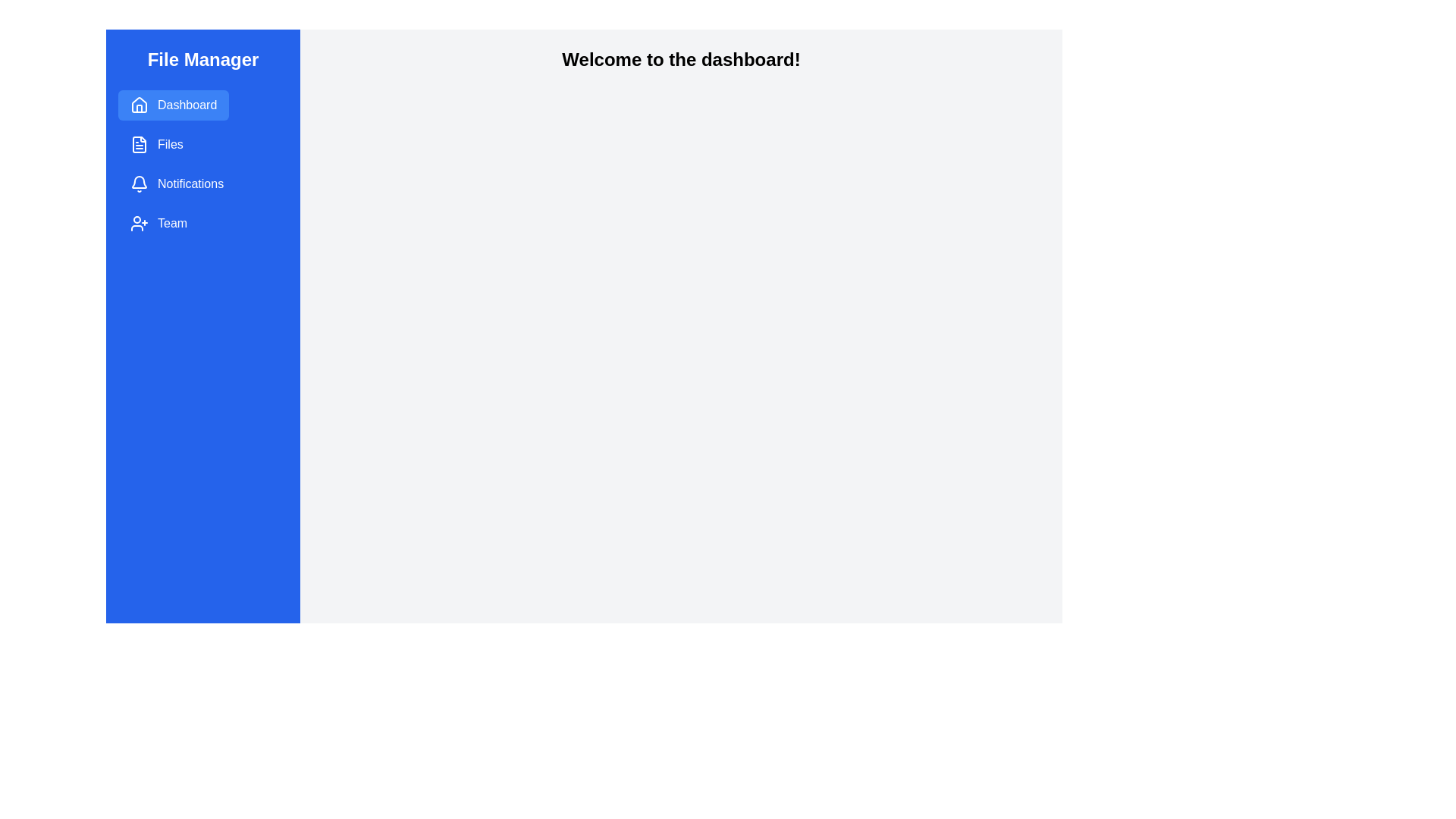 The height and width of the screenshot is (819, 1456). I want to click on the 'Files' button located in the navigation bar, which is the second item in the vertical list after 'Dashboard' and above 'Notifications', so click(156, 145).